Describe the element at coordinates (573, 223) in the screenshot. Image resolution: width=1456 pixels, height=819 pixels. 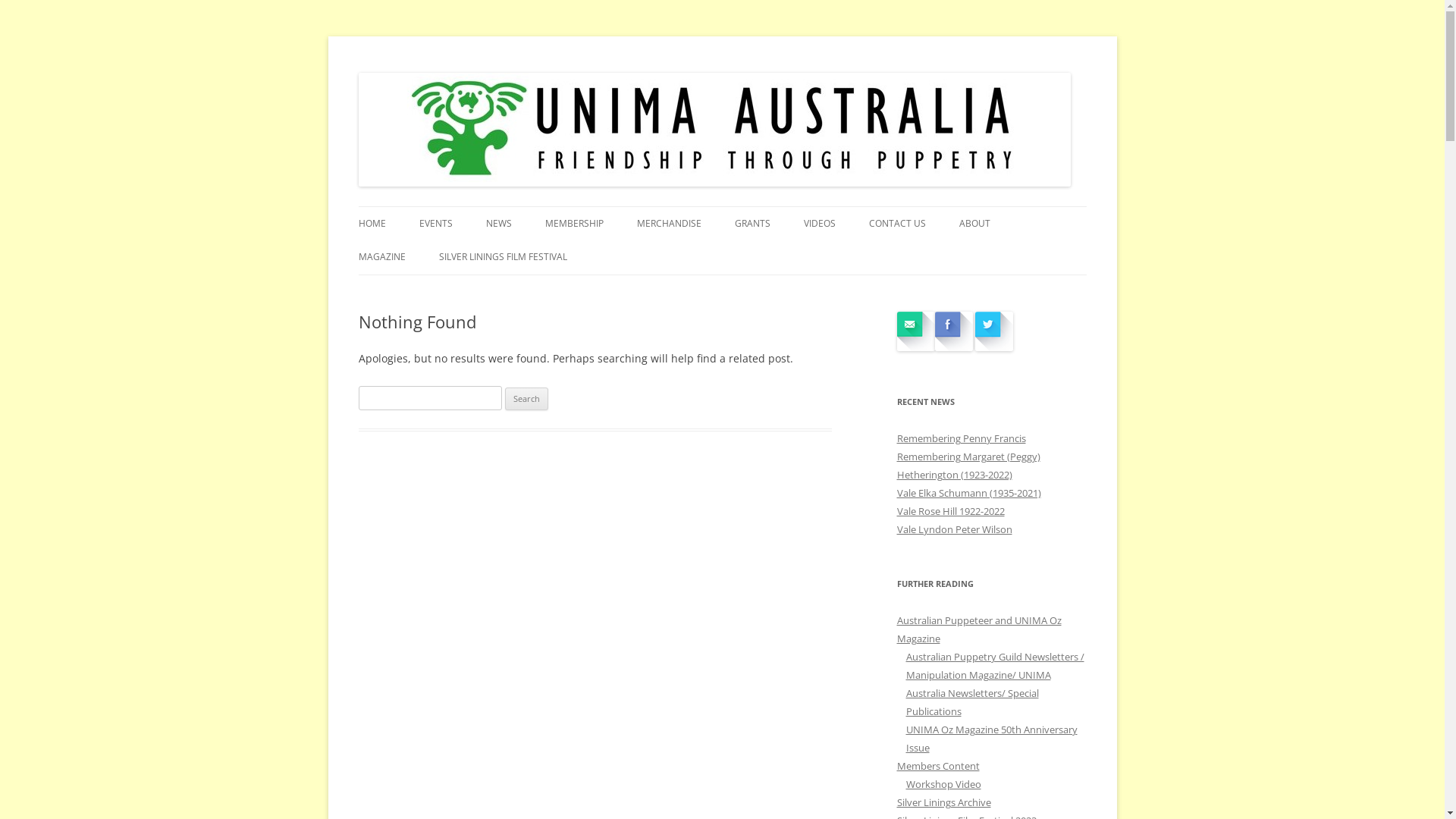
I see `'MEMBERSHIP'` at that location.